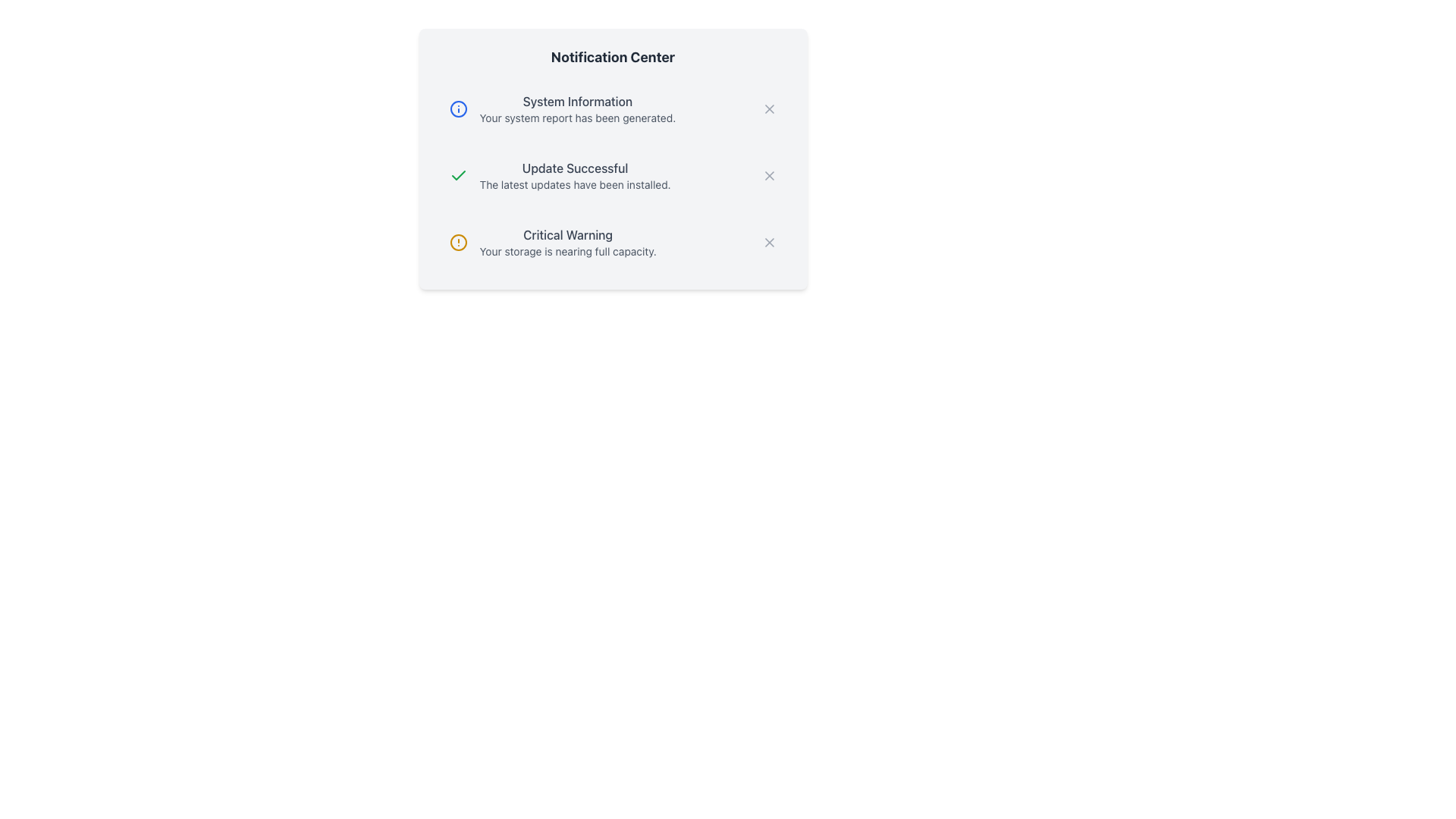 The width and height of the screenshot is (1456, 819). I want to click on the circular outline of the 'info' icon styled with a blue border, located in the top section of the notification center panel, left of the 'System Information' message text, so click(457, 108).